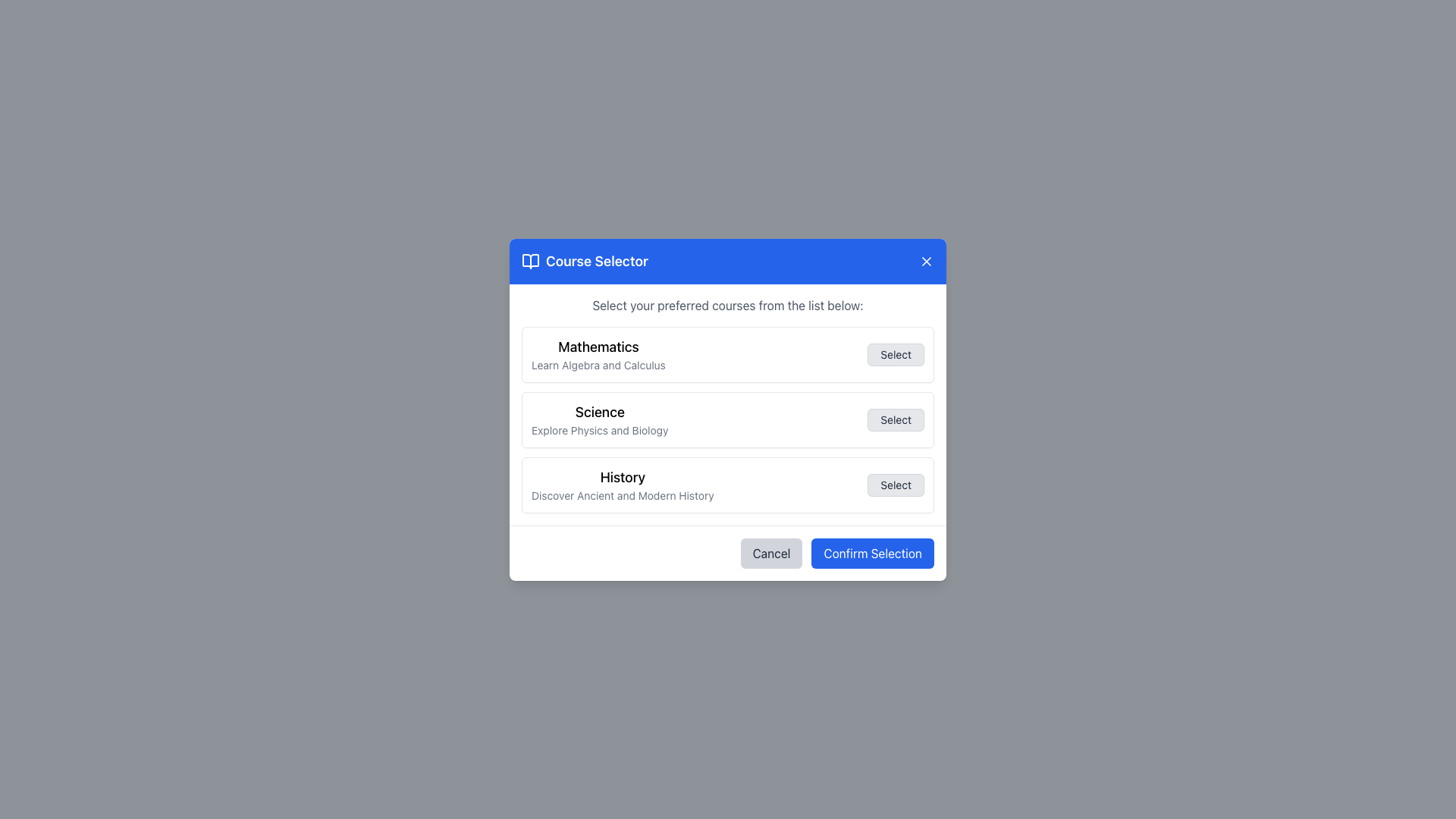 This screenshot has width=1456, height=819. What do you see at coordinates (531, 260) in the screenshot?
I see `the blue open book icon located next to the 'Course Selector' text in the application header` at bounding box center [531, 260].